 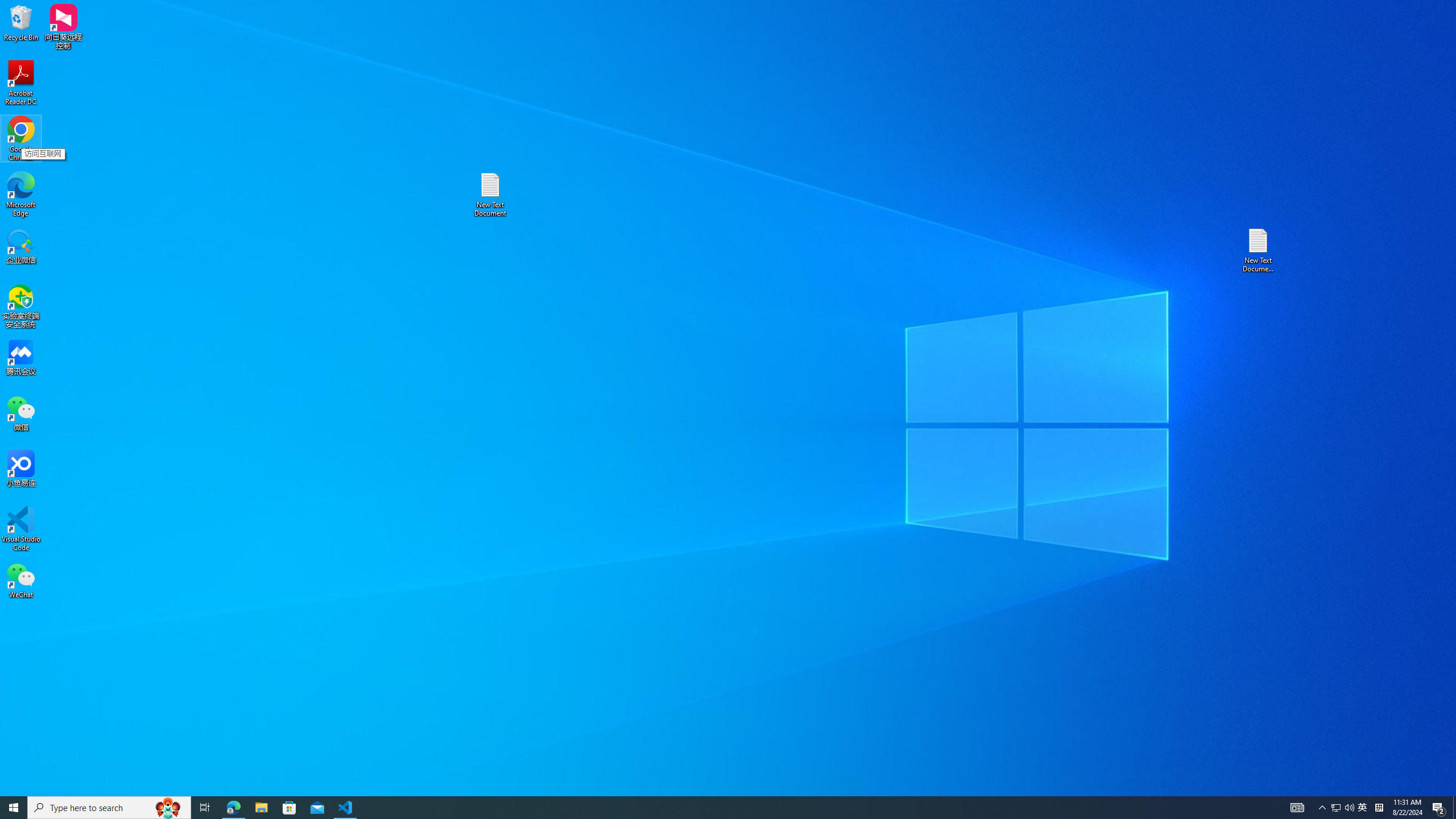 I want to click on 'Notification Chevron', so click(x=1322, y=806).